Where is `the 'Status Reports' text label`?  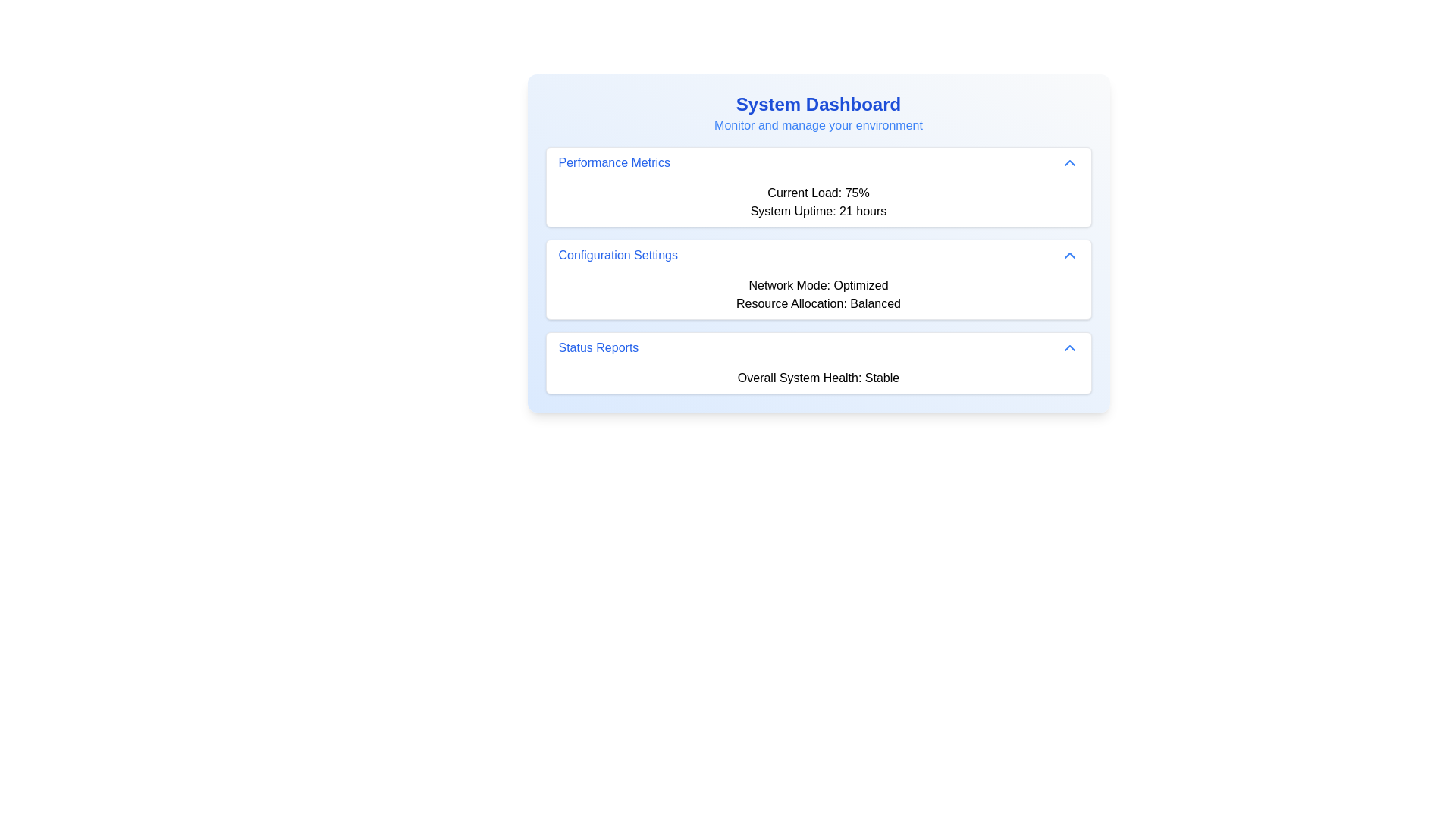 the 'Status Reports' text label is located at coordinates (598, 348).